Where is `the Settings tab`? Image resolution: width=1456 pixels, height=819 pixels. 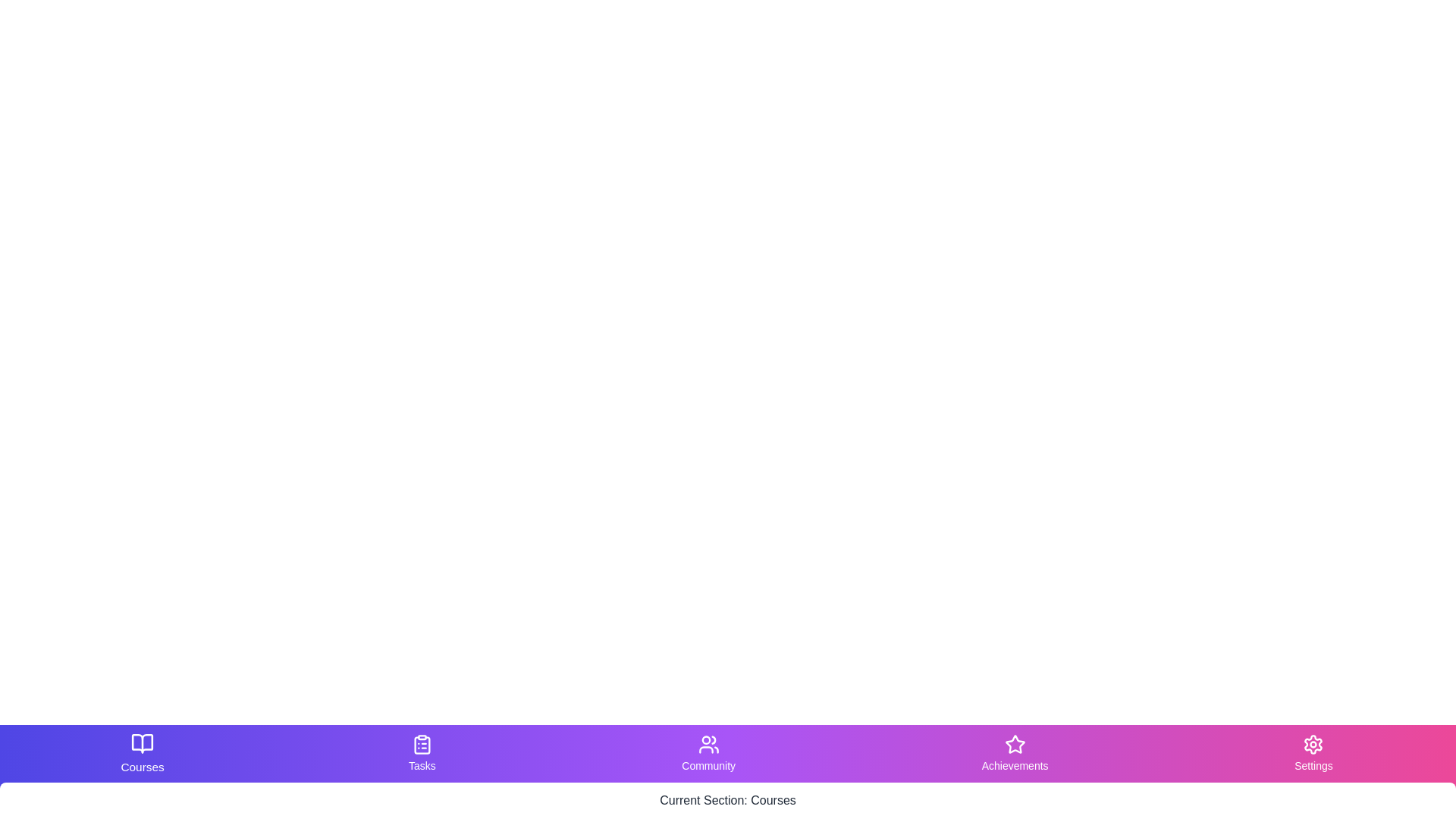
the Settings tab is located at coordinates (1313, 754).